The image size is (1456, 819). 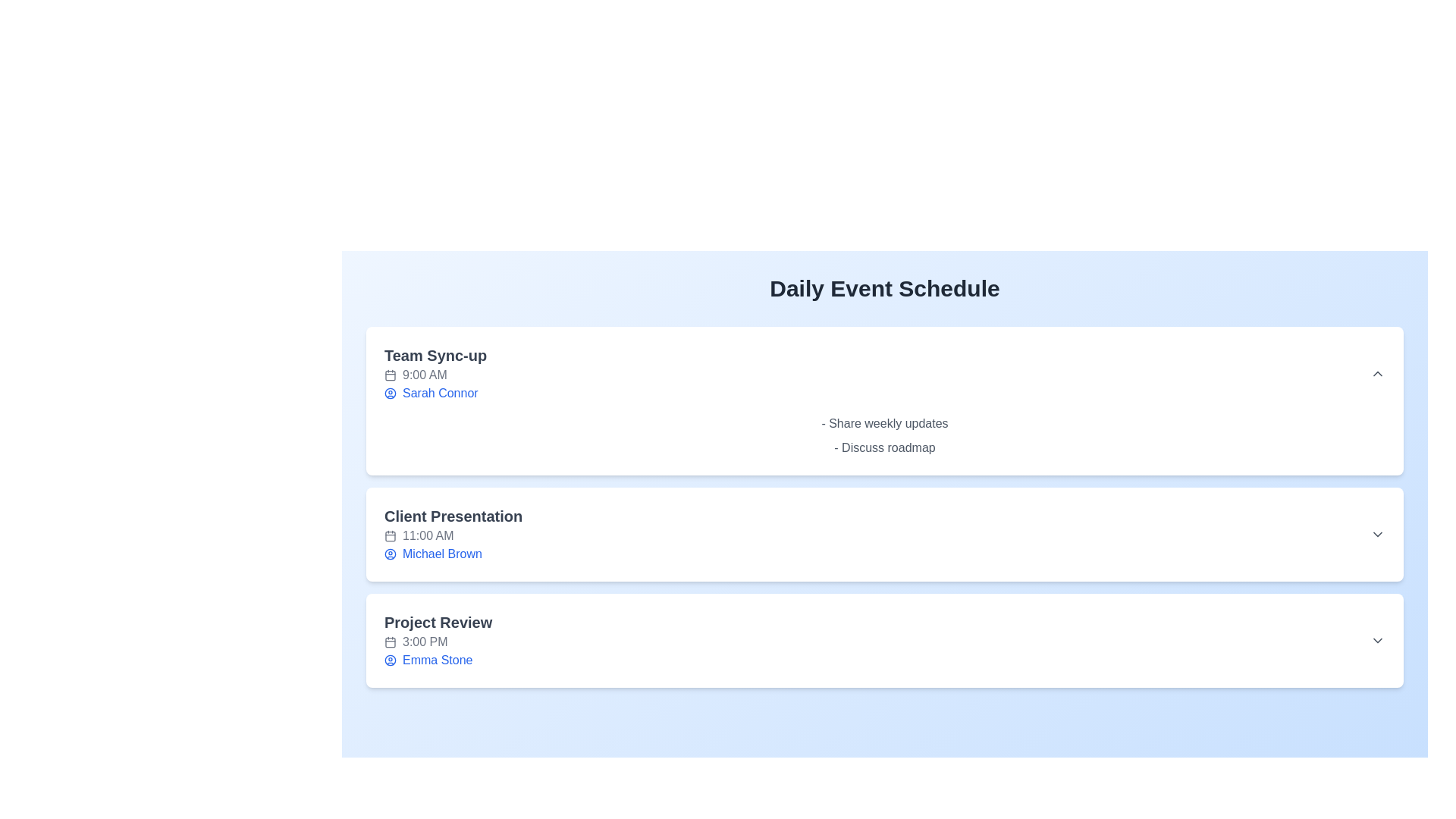 What do you see at coordinates (390, 660) in the screenshot?
I see `the decorative icon representing 'Emma Stone' located to the left of the text in the bottom-most card for the 3:00 PM 'Project Review' event` at bounding box center [390, 660].